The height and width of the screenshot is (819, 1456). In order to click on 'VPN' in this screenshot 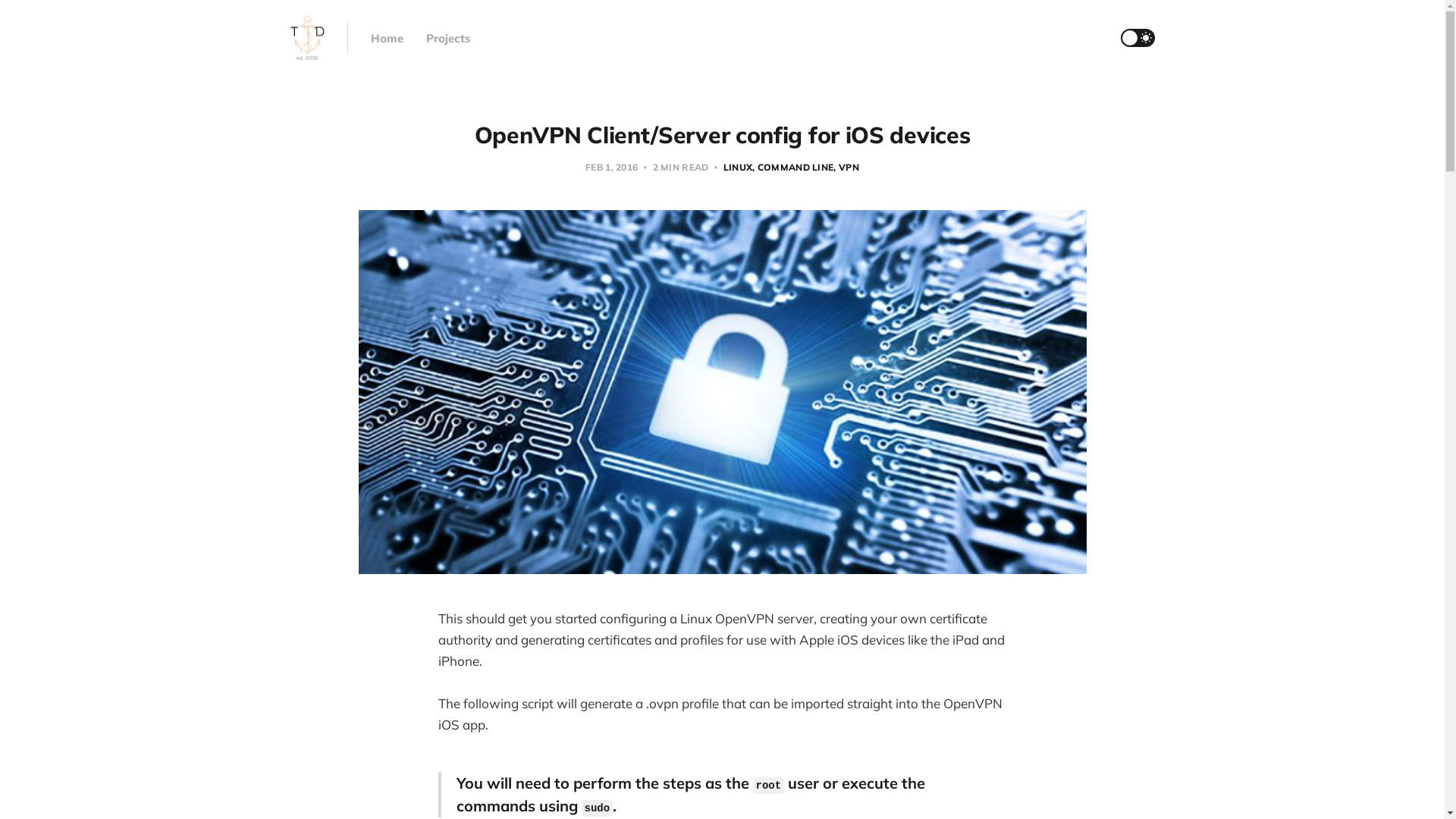, I will do `click(846, 167)`.